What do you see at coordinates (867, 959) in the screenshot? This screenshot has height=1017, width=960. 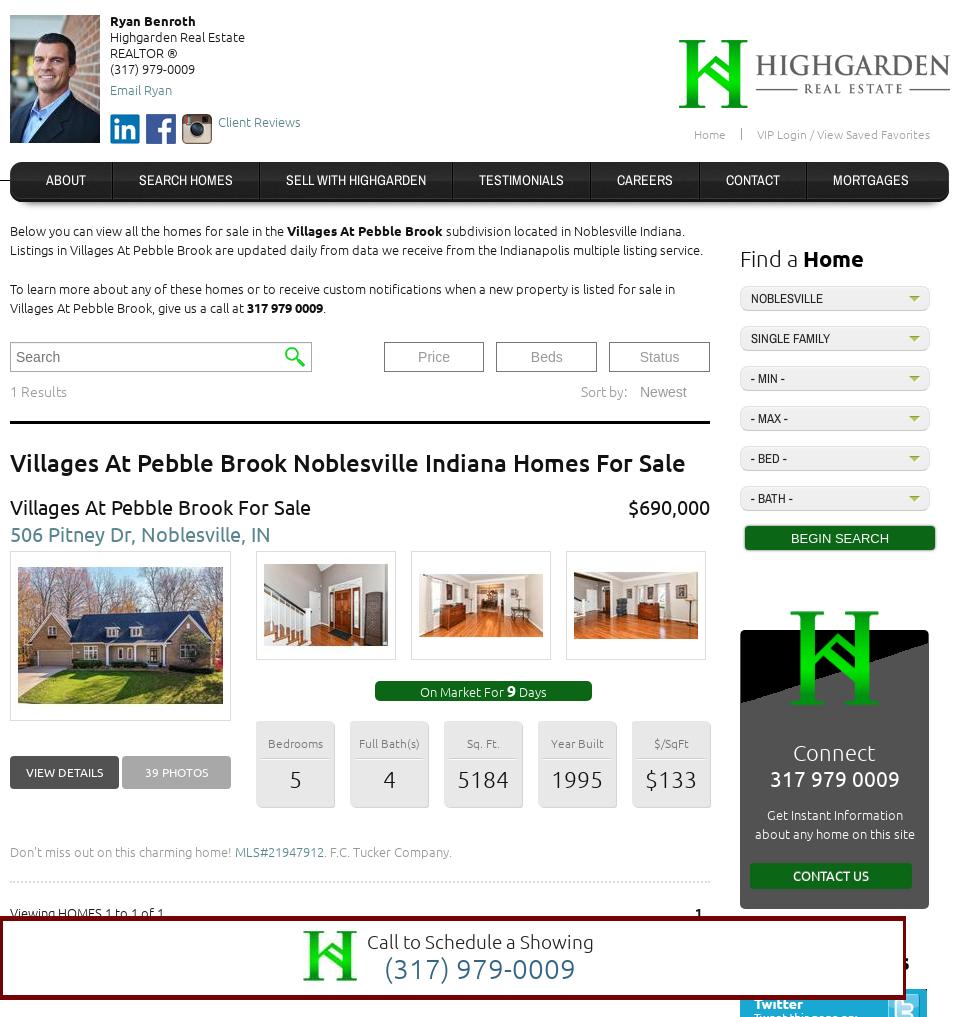 I see `'With Us'` at bounding box center [867, 959].